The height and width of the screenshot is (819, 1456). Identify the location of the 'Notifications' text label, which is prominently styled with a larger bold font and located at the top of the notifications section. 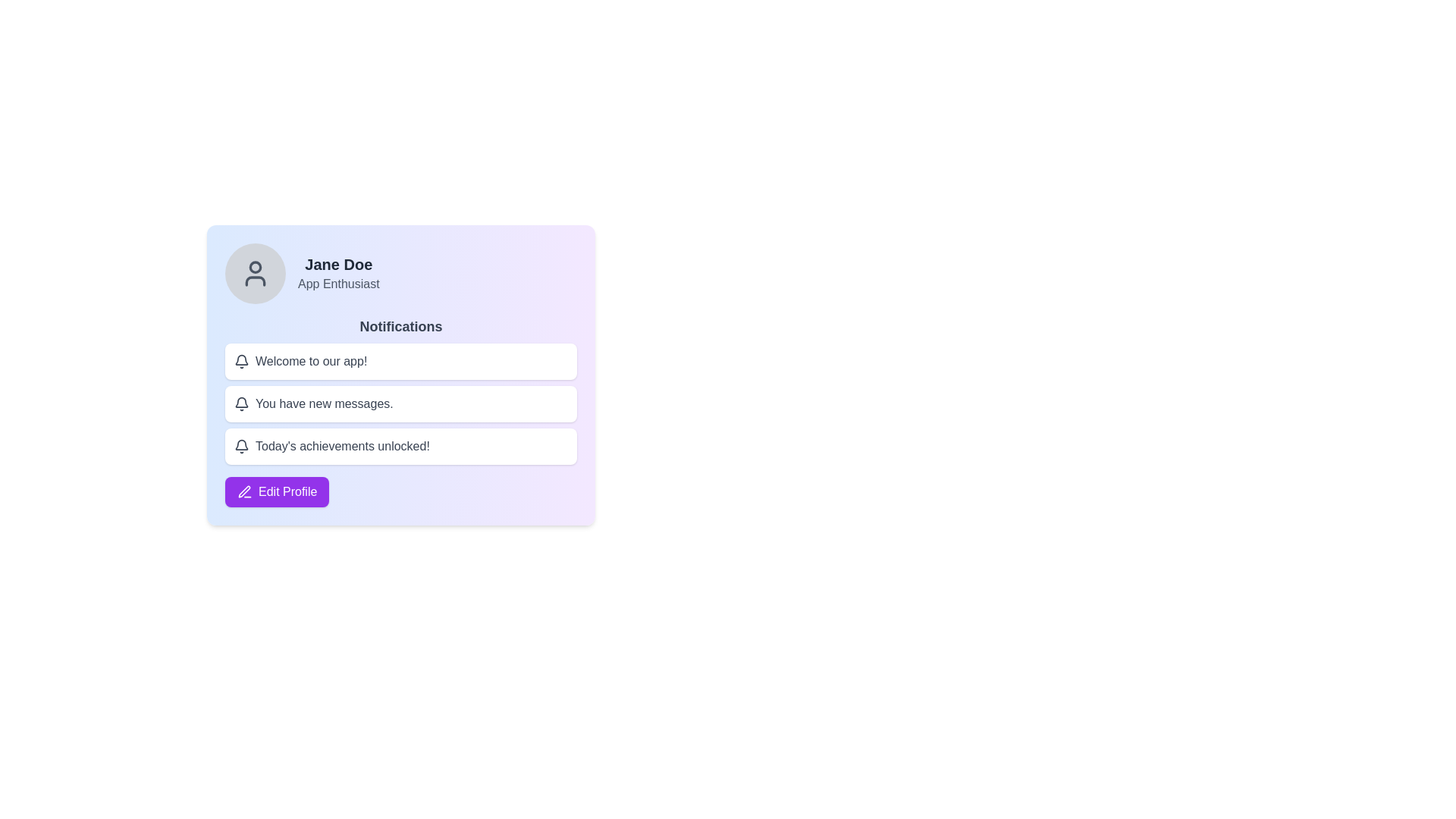
(400, 326).